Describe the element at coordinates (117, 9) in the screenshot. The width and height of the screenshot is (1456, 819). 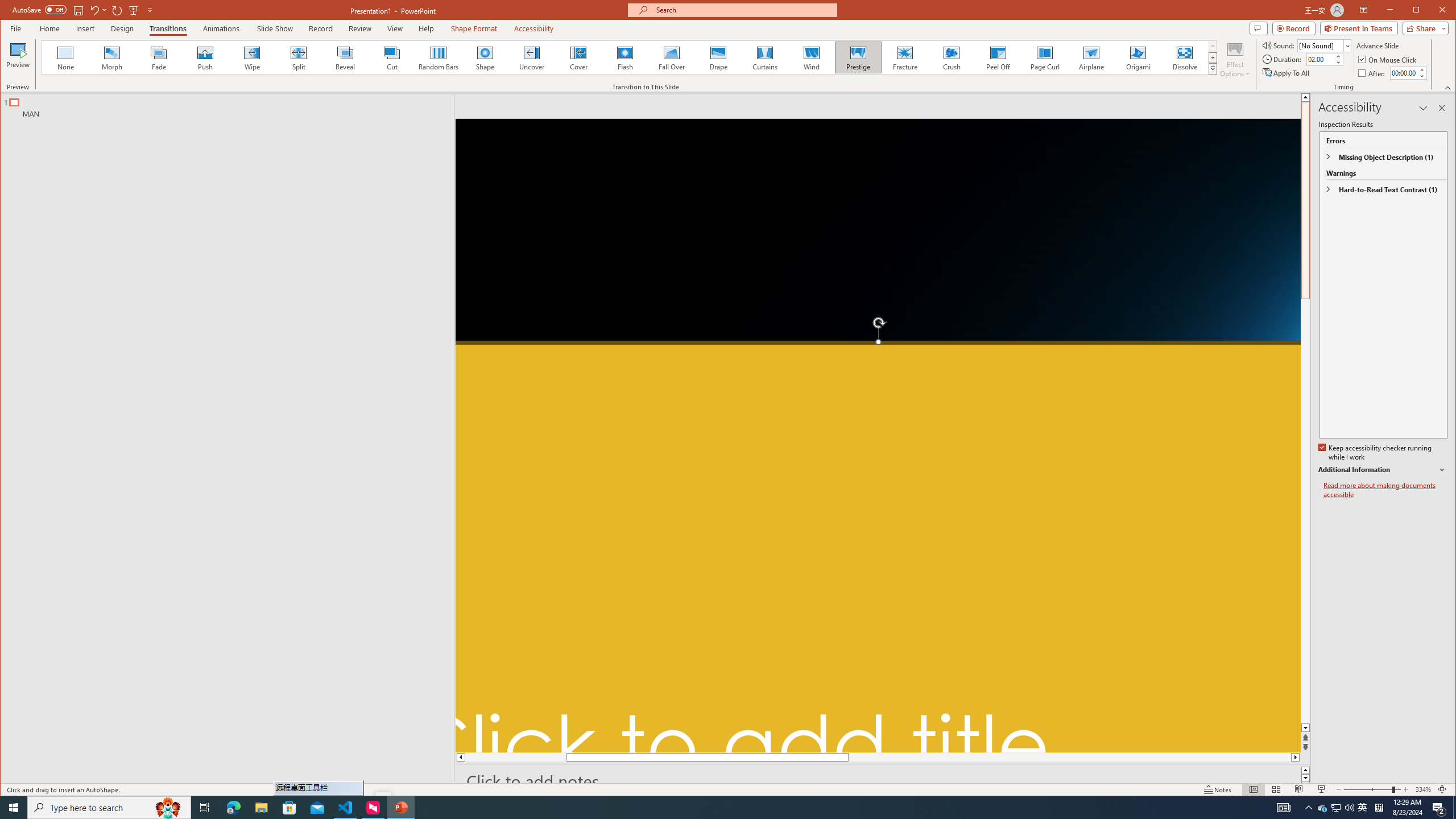
I see `'Redo'` at that location.